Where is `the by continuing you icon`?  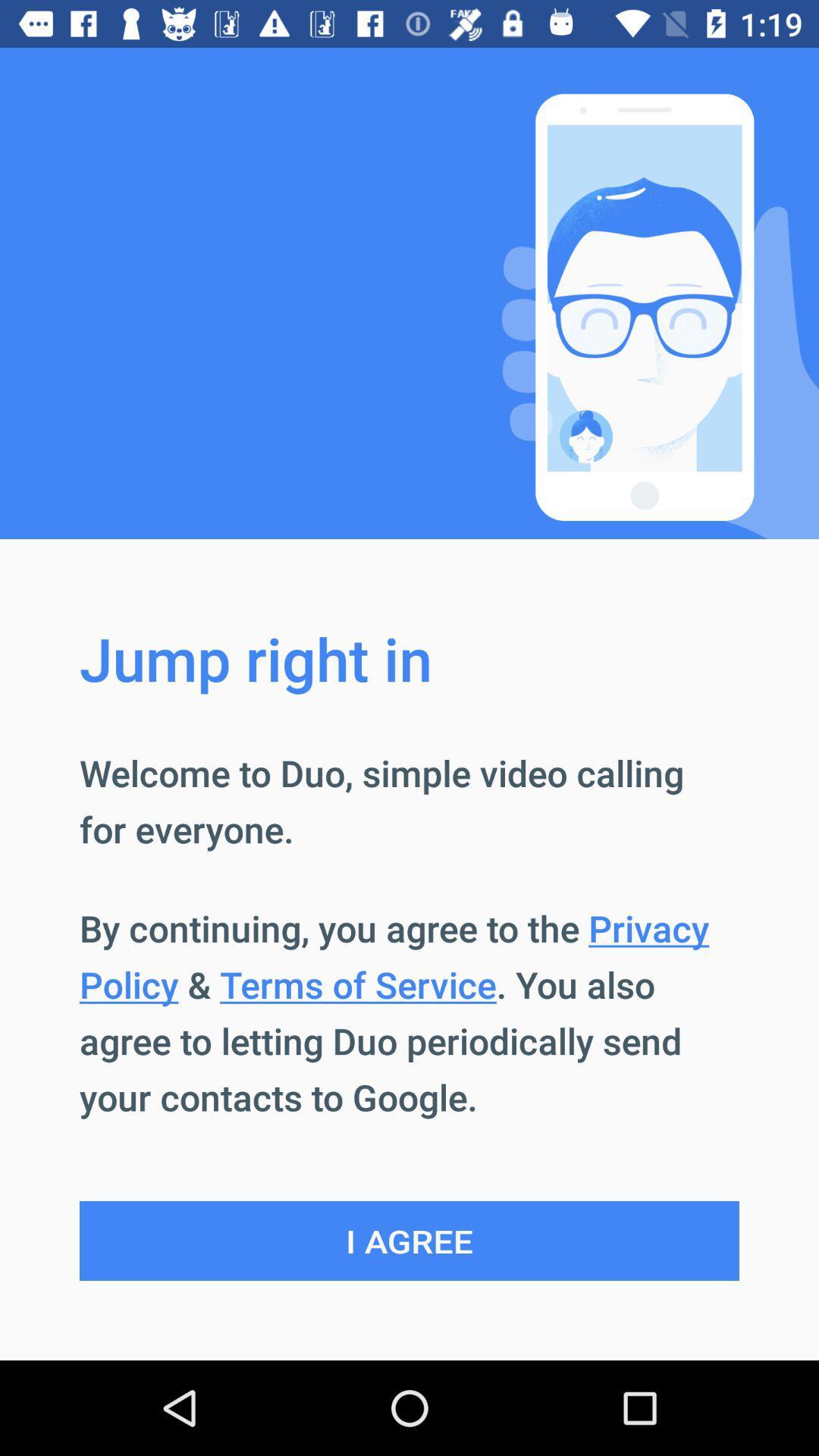
the by continuing you icon is located at coordinates (409, 1012).